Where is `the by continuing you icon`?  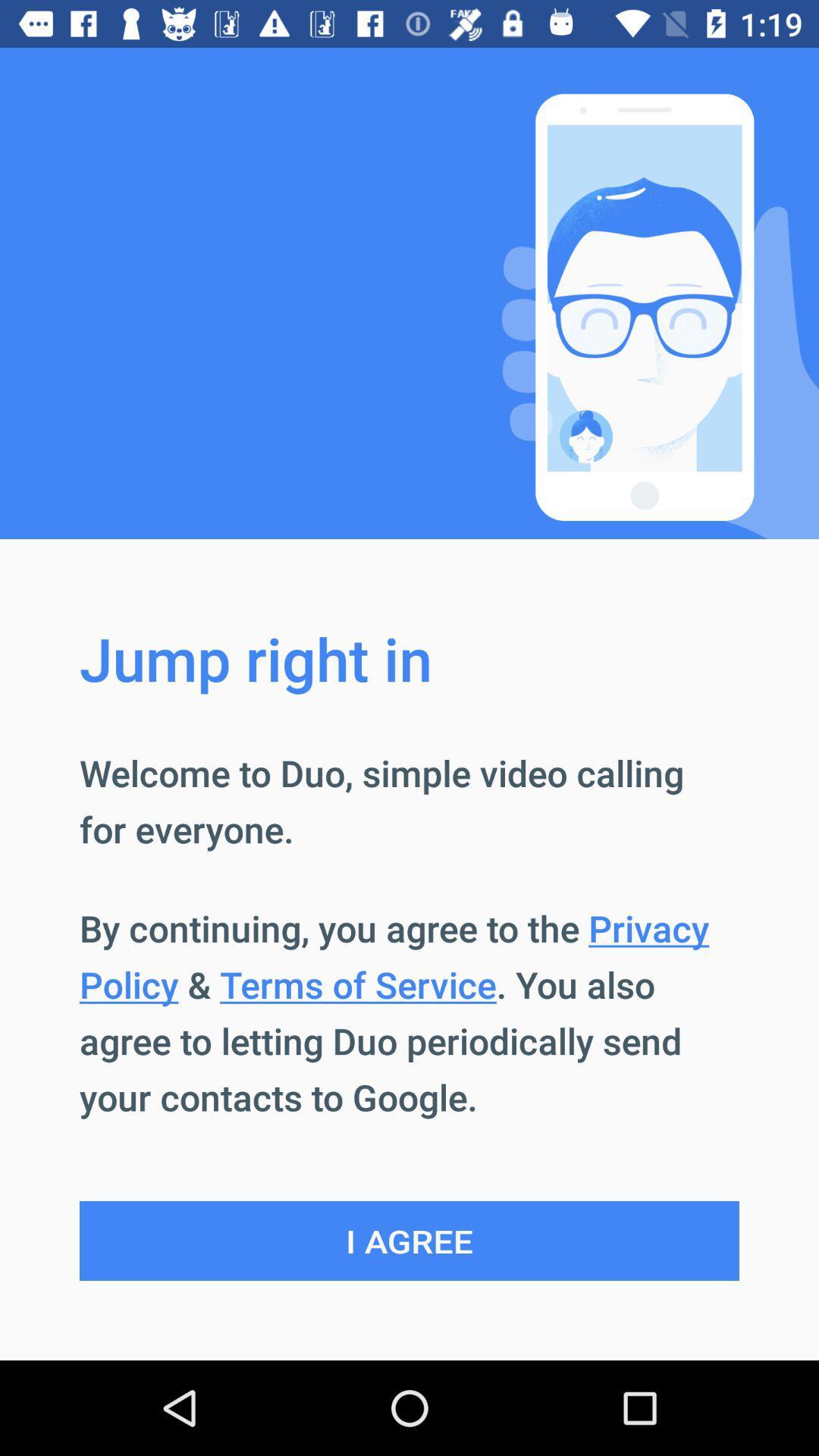
the by continuing you icon is located at coordinates (409, 1012).